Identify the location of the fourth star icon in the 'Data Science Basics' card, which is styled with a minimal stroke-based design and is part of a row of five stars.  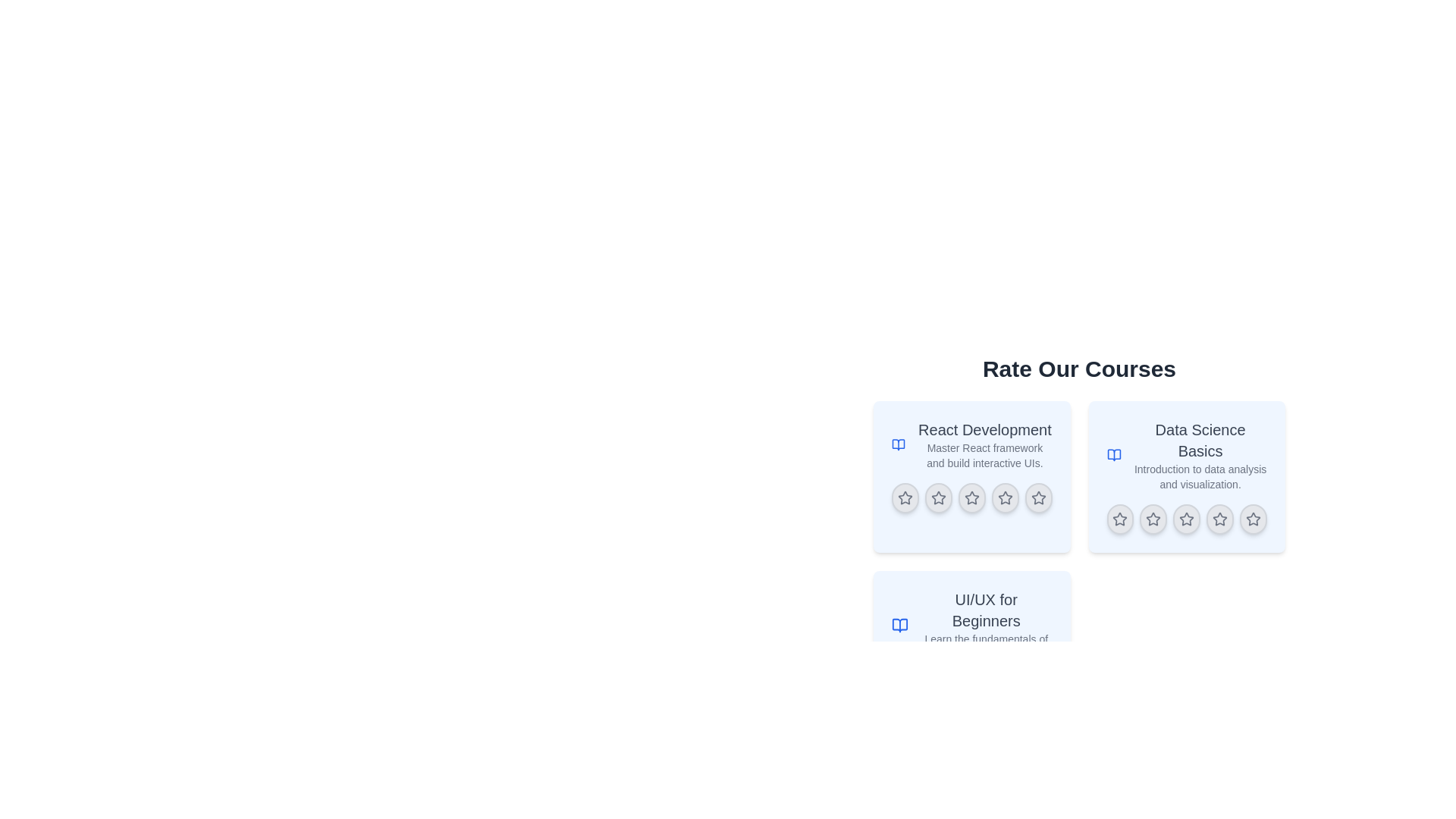
(1186, 518).